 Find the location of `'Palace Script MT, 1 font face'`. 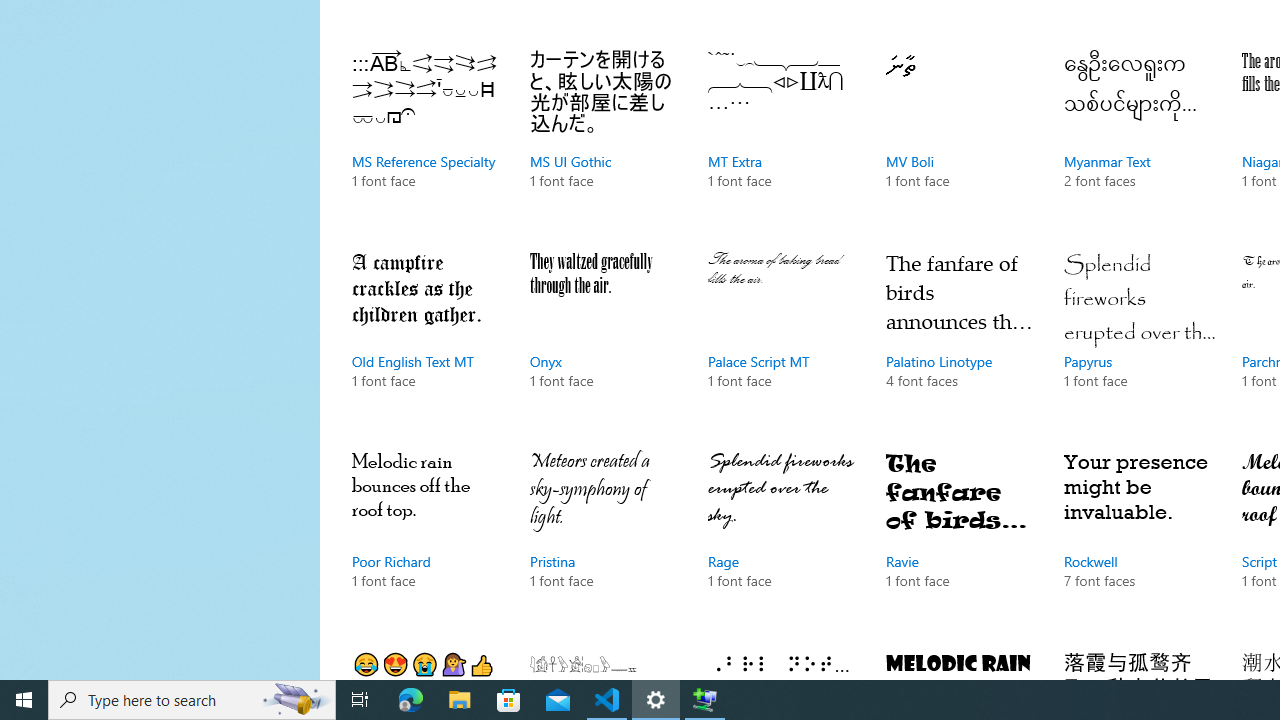

'Palace Script MT, 1 font face' is located at coordinates (782, 338).